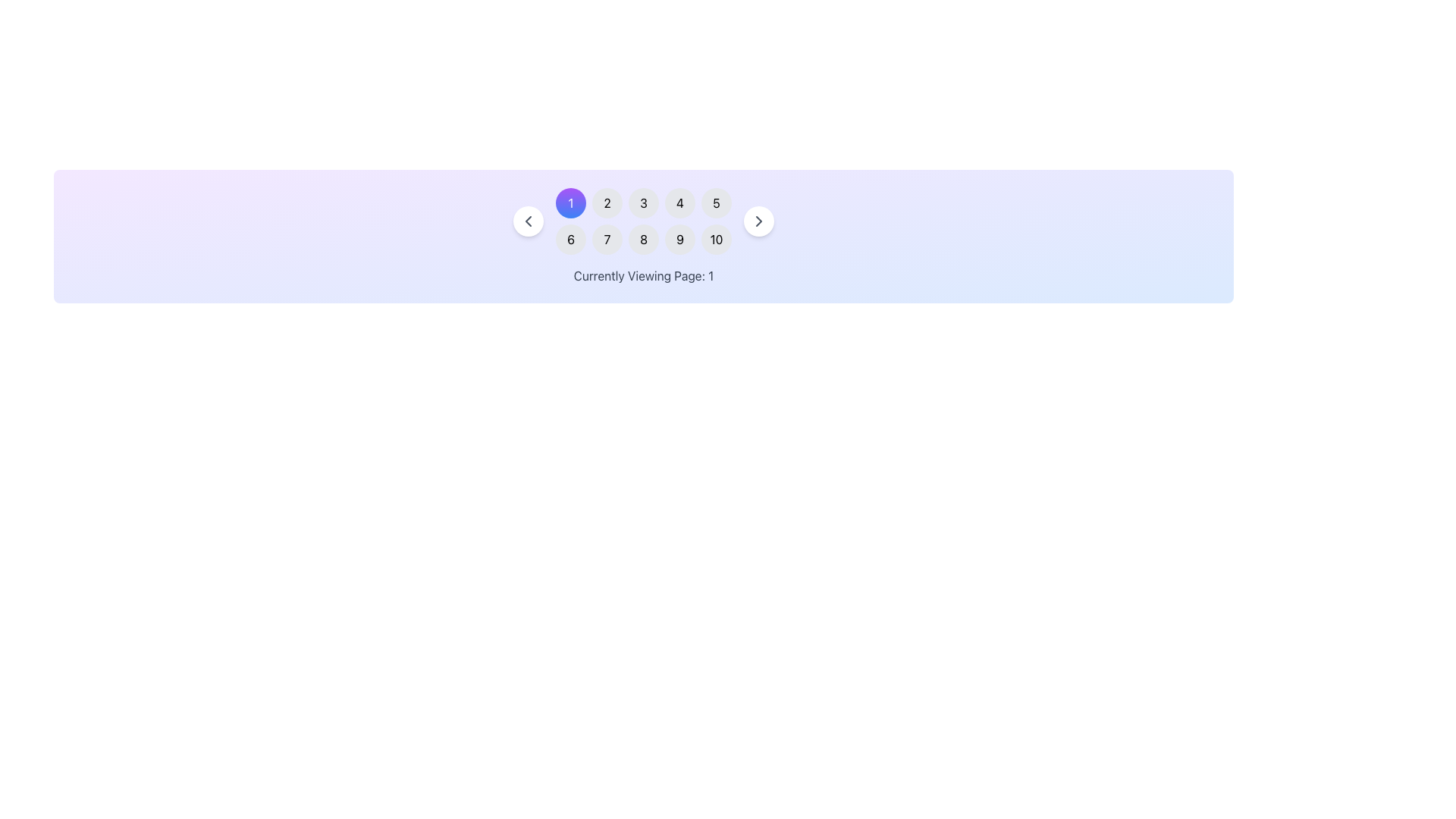 This screenshot has height=819, width=1456. What do you see at coordinates (528, 221) in the screenshot?
I see `the left navigation icon in the pagination bar` at bounding box center [528, 221].